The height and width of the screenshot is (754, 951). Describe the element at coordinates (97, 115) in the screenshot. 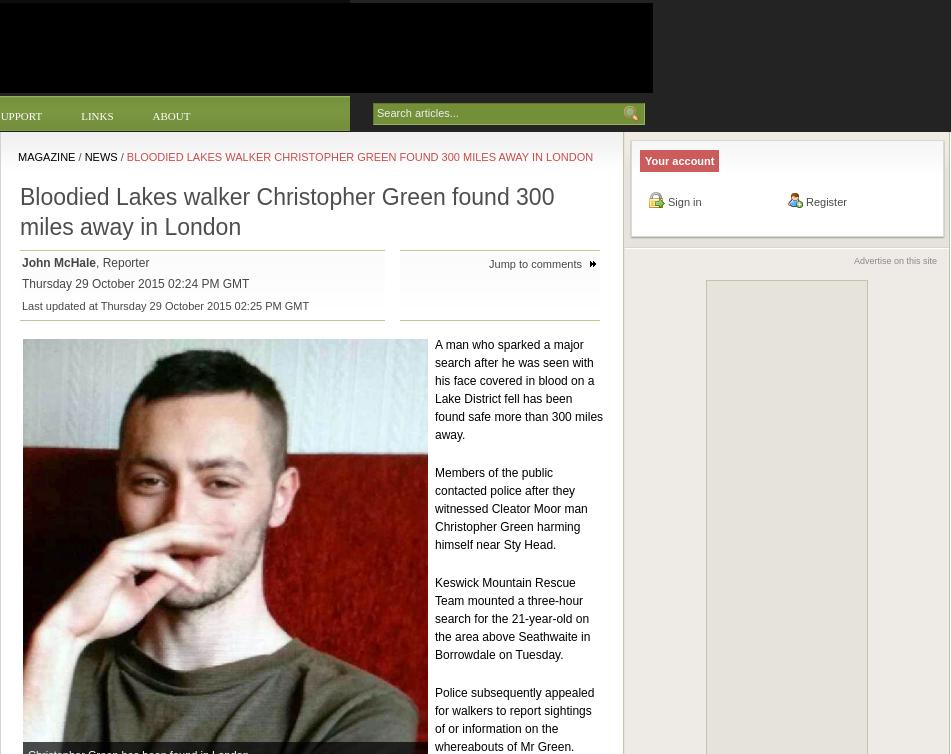

I see `'Links'` at that location.